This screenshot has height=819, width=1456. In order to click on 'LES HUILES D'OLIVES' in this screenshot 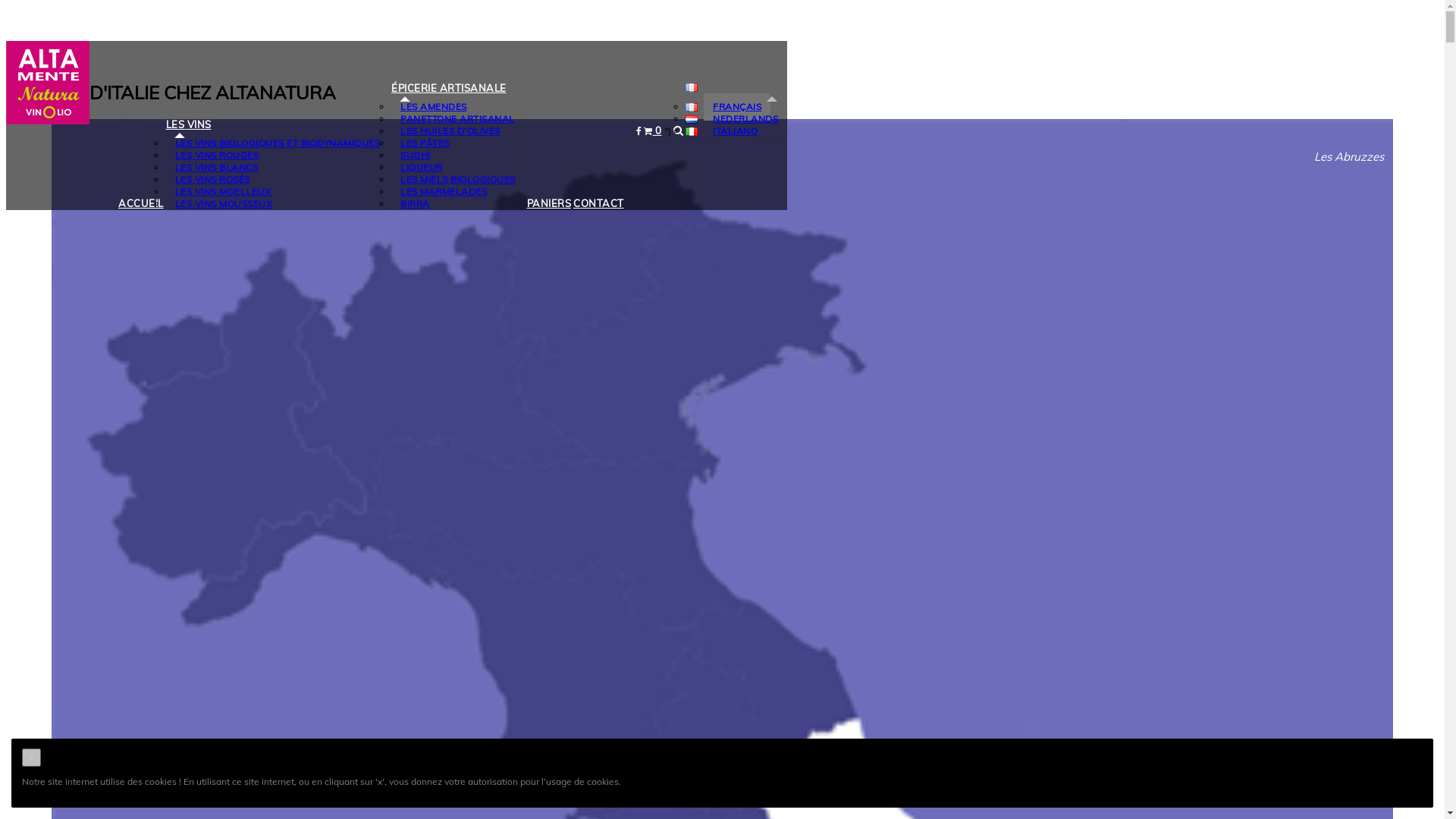, I will do `click(391, 130)`.